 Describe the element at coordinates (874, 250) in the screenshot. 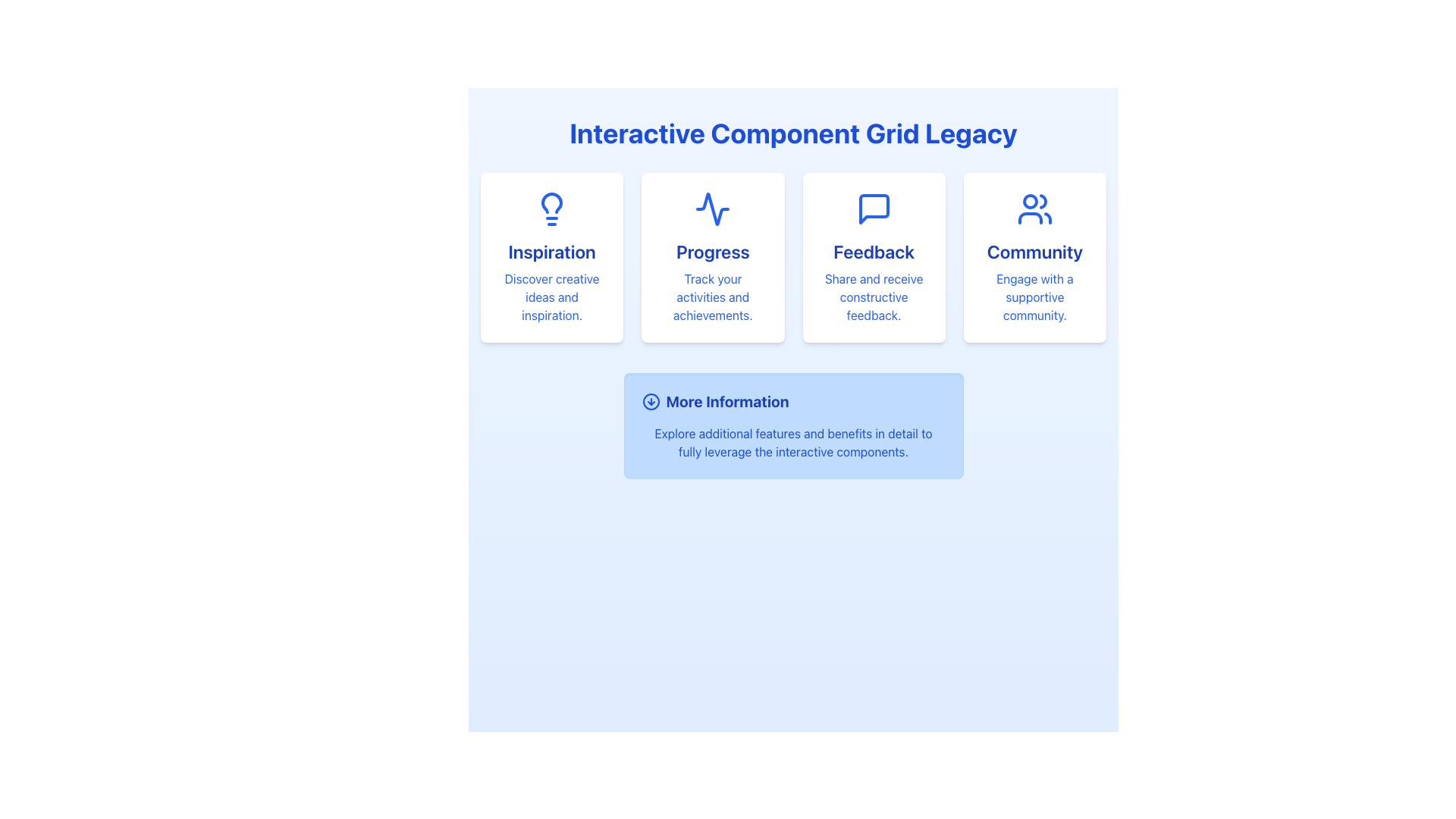

I see `the text label that serves as a heading for the feedback section, located below a speech bubble icon and above the description text` at that location.